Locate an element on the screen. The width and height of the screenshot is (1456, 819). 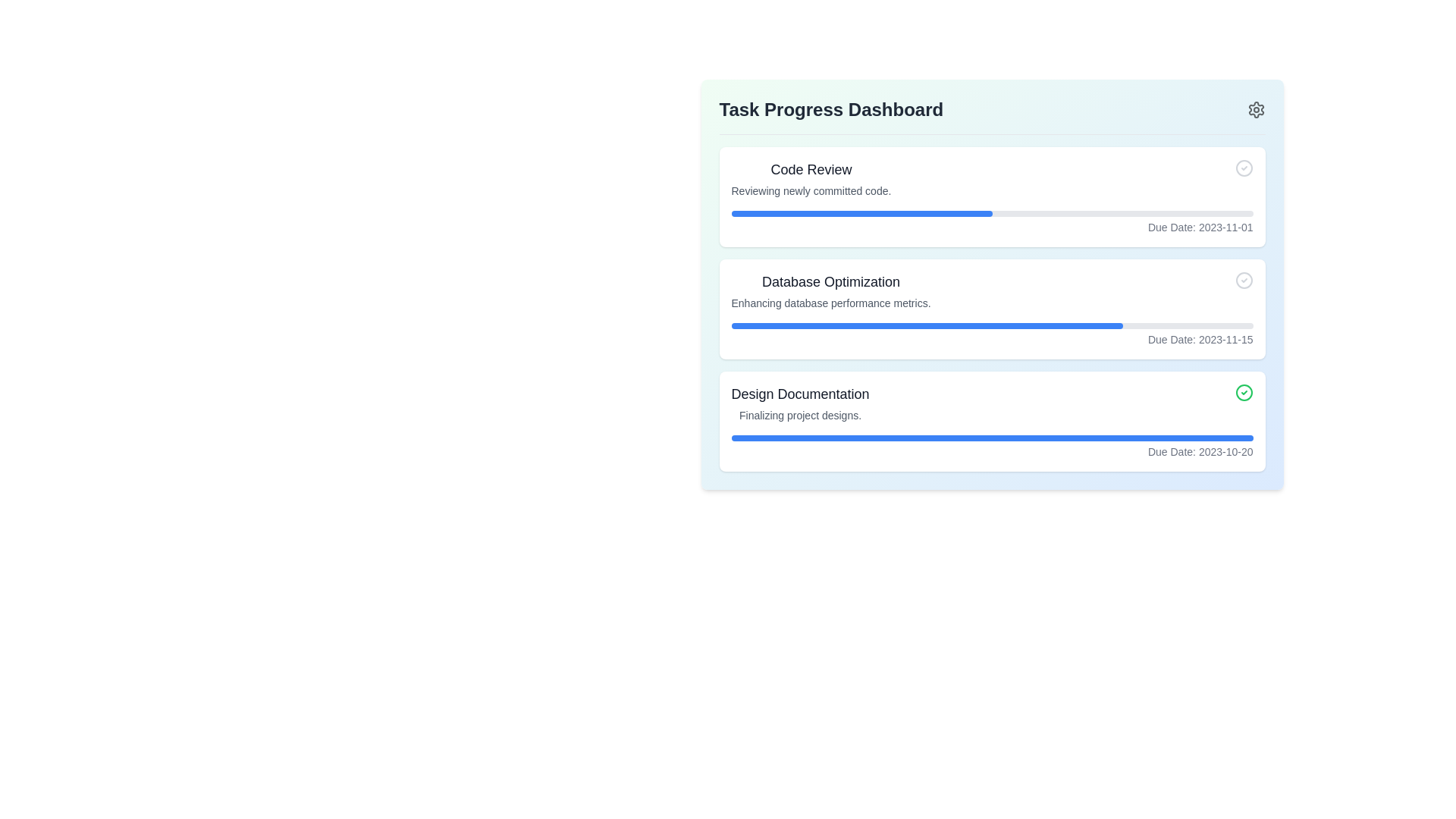
the circular icon with a checkmark inside, which is part of the 'Database Optimization' section in the 'Task Progress Dashboard' is located at coordinates (1244, 281).